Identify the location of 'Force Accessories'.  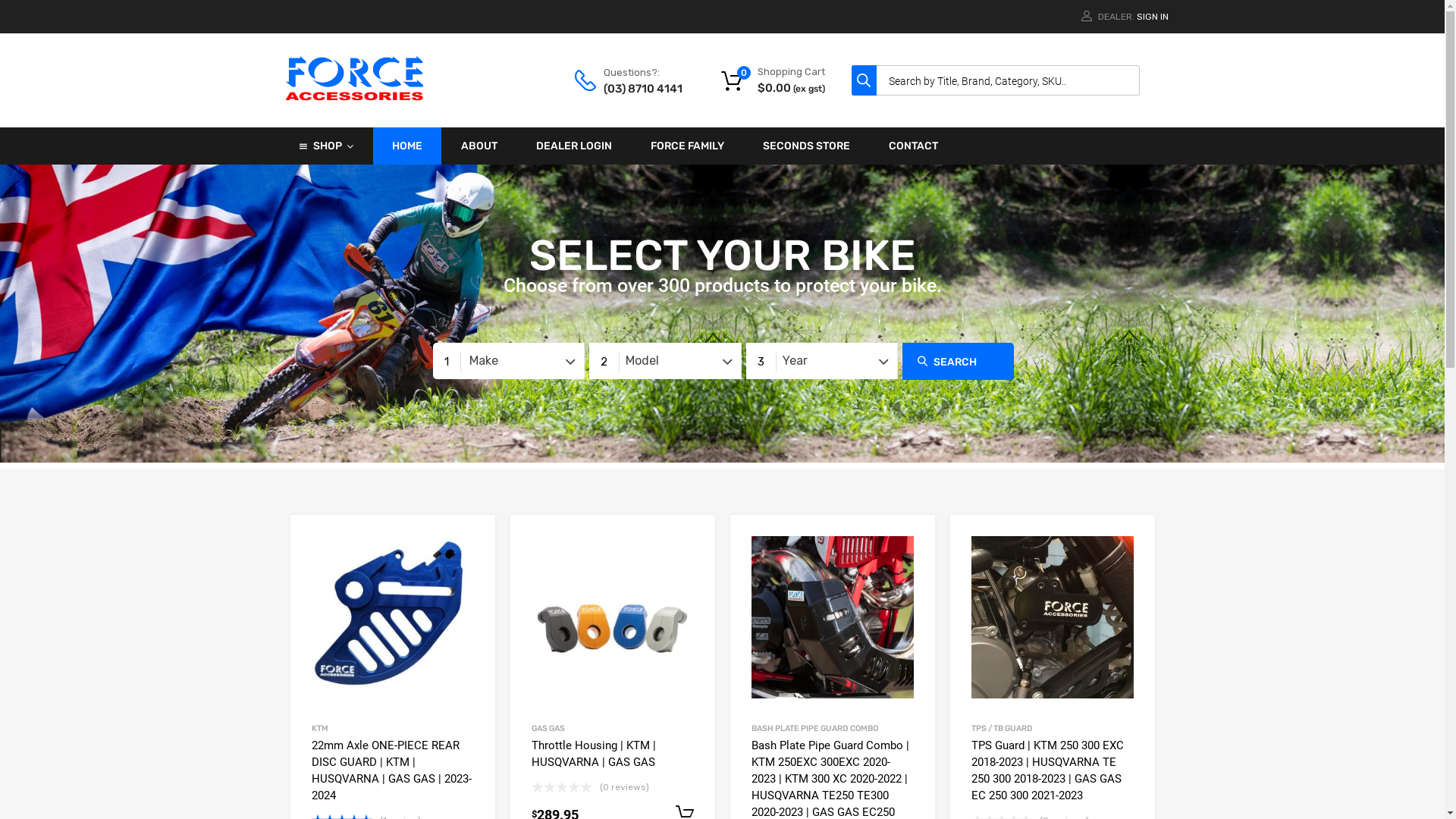
(354, 99).